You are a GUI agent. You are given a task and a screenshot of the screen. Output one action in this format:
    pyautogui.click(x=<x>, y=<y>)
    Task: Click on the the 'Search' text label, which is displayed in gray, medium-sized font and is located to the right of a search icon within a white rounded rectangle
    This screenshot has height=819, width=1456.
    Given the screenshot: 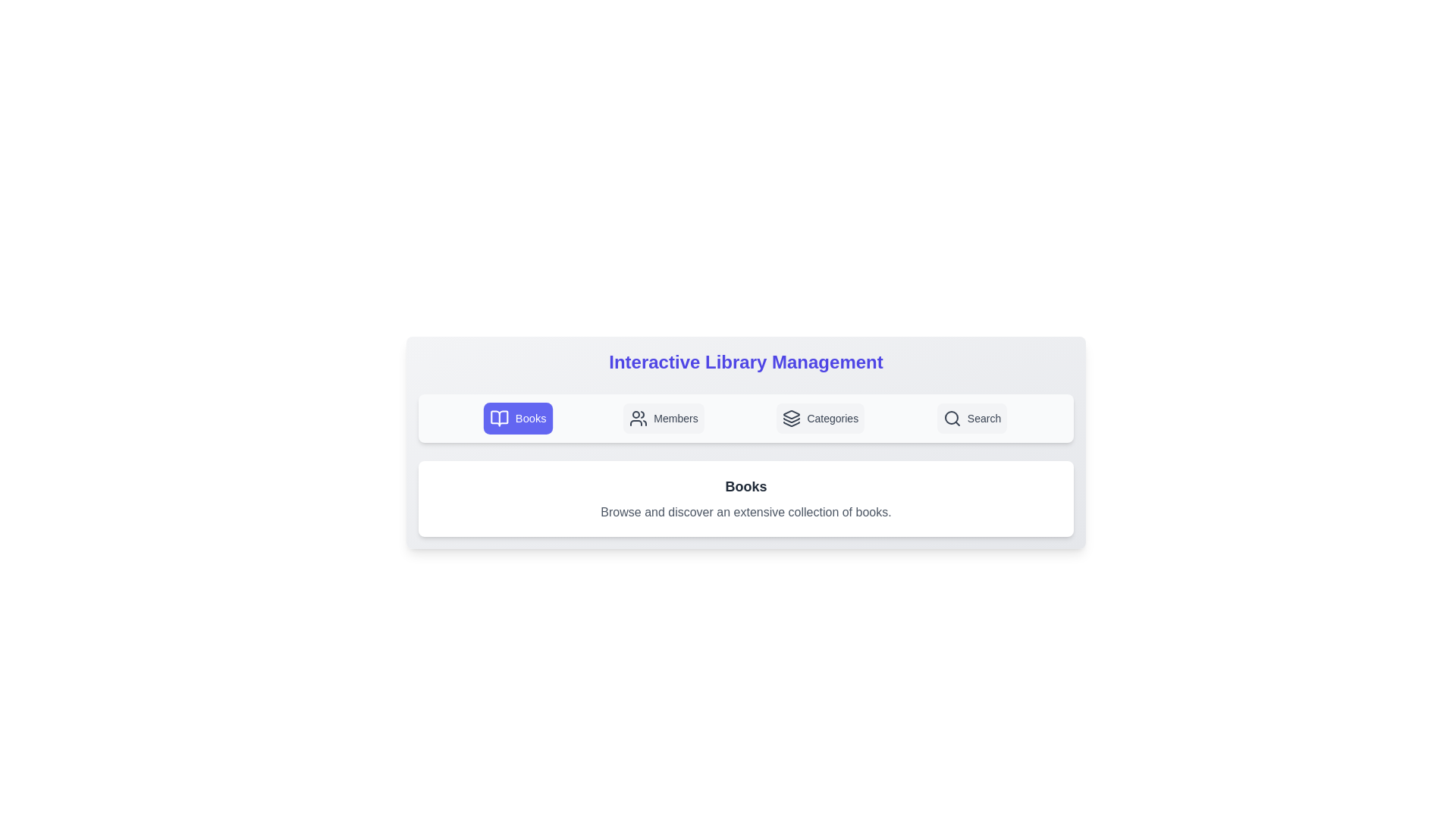 What is the action you would take?
    pyautogui.click(x=984, y=418)
    